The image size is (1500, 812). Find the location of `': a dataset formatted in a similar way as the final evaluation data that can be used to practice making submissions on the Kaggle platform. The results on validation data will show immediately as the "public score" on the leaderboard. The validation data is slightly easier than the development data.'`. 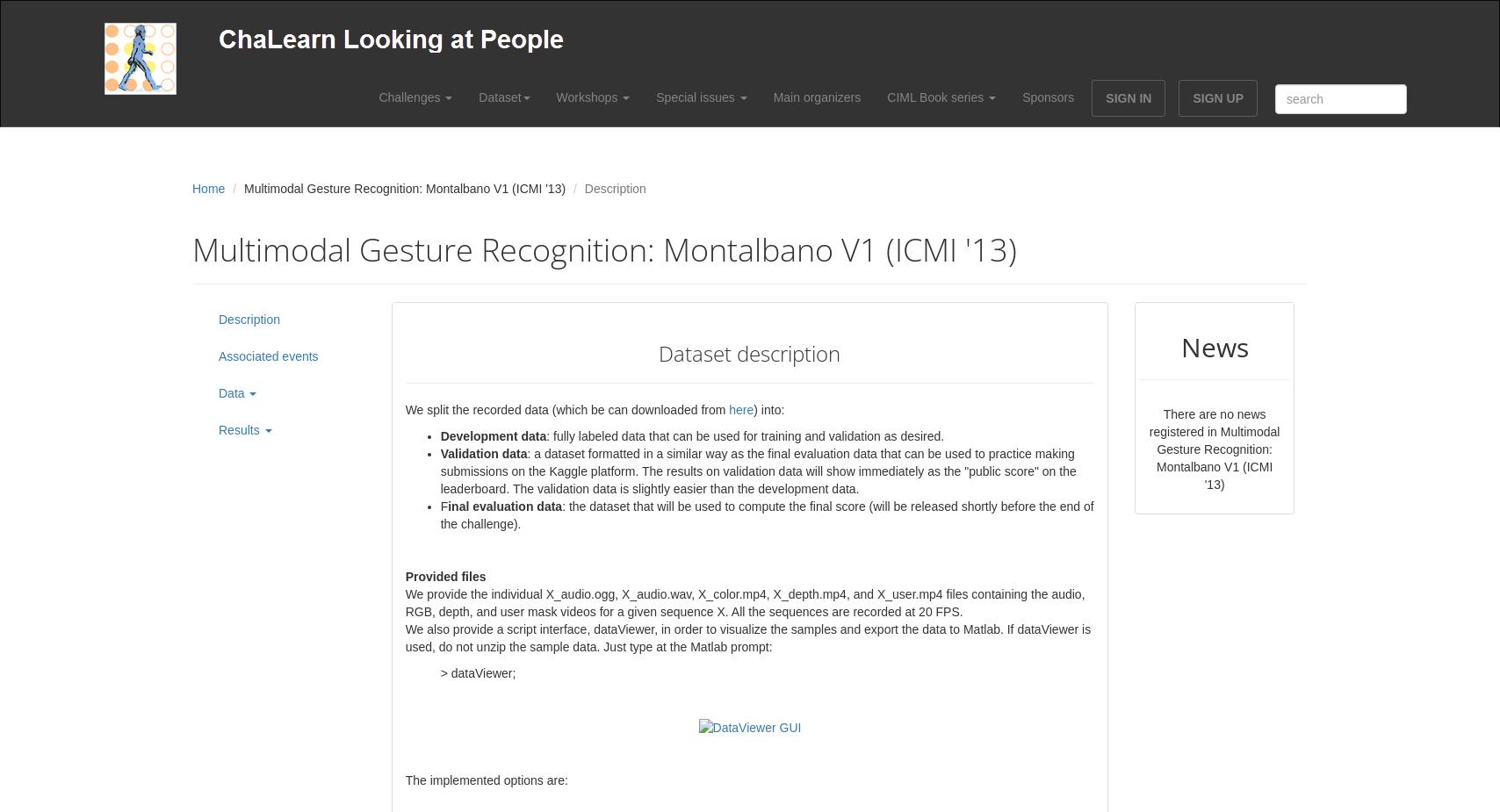

': a dataset formatted in a similar way as the final evaluation data that can be used to practice making submissions on the Kaggle platform. The results on validation data will show immediately as the "public score" on the leaderboard. The validation data is slightly easier than the development data.' is located at coordinates (757, 471).